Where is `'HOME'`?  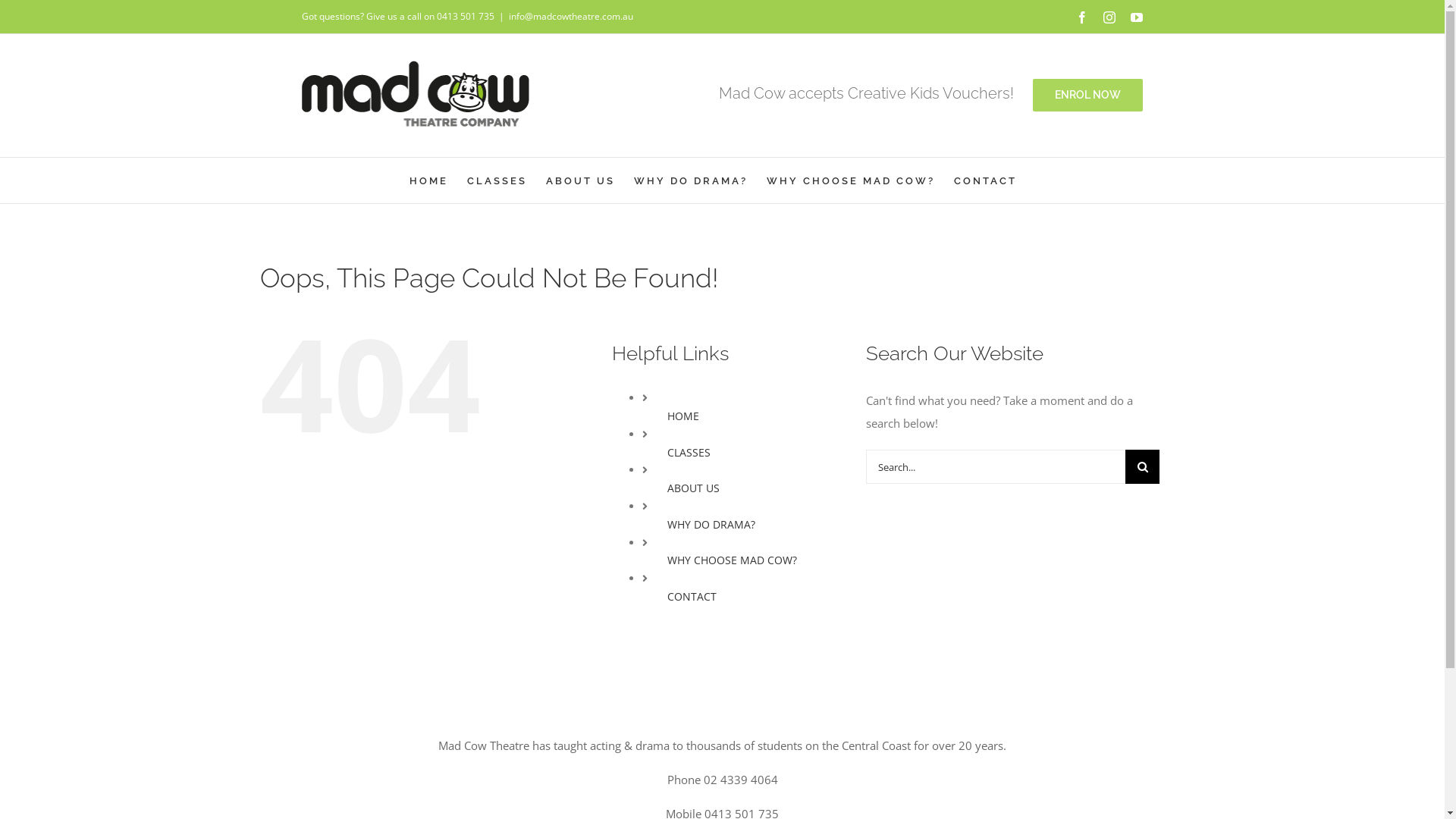
'HOME' is located at coordinates (682, 416).